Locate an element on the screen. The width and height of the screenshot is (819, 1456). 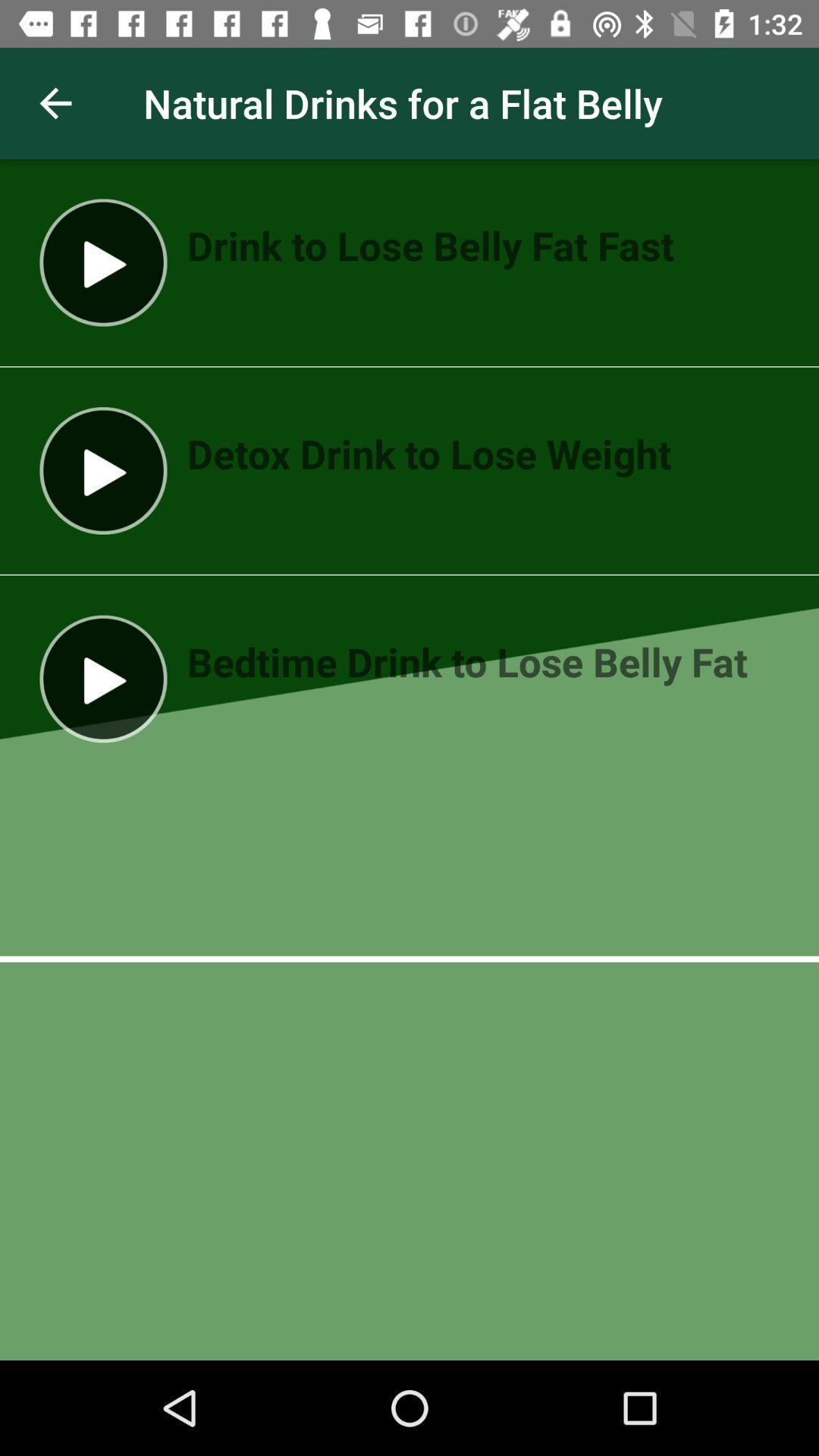
the icon next to natural drinks for item is located at coordinates (55, 102).